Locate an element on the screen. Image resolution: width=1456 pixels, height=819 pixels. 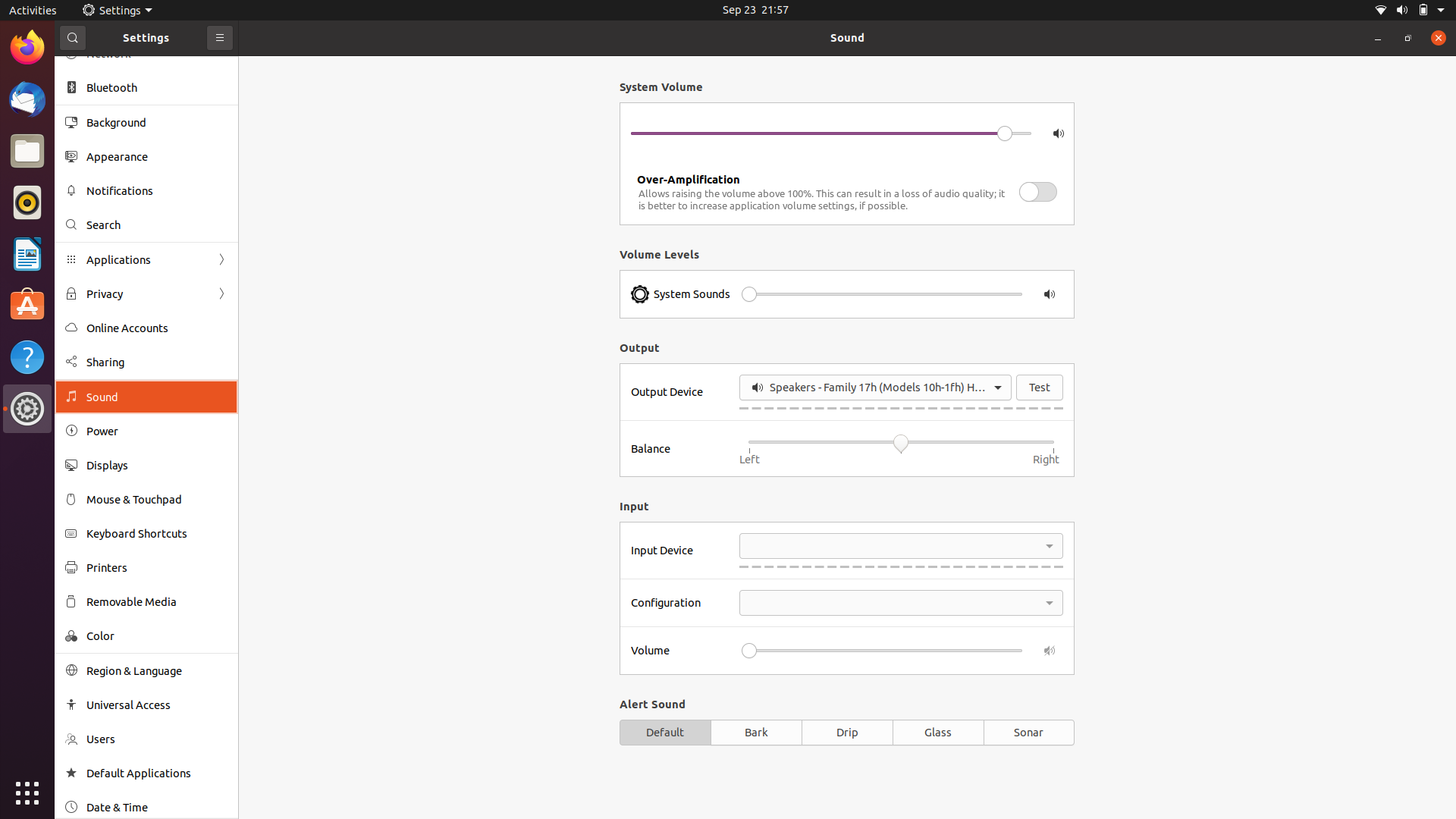
Update language and regional settings is located at coordinates (146, 670).